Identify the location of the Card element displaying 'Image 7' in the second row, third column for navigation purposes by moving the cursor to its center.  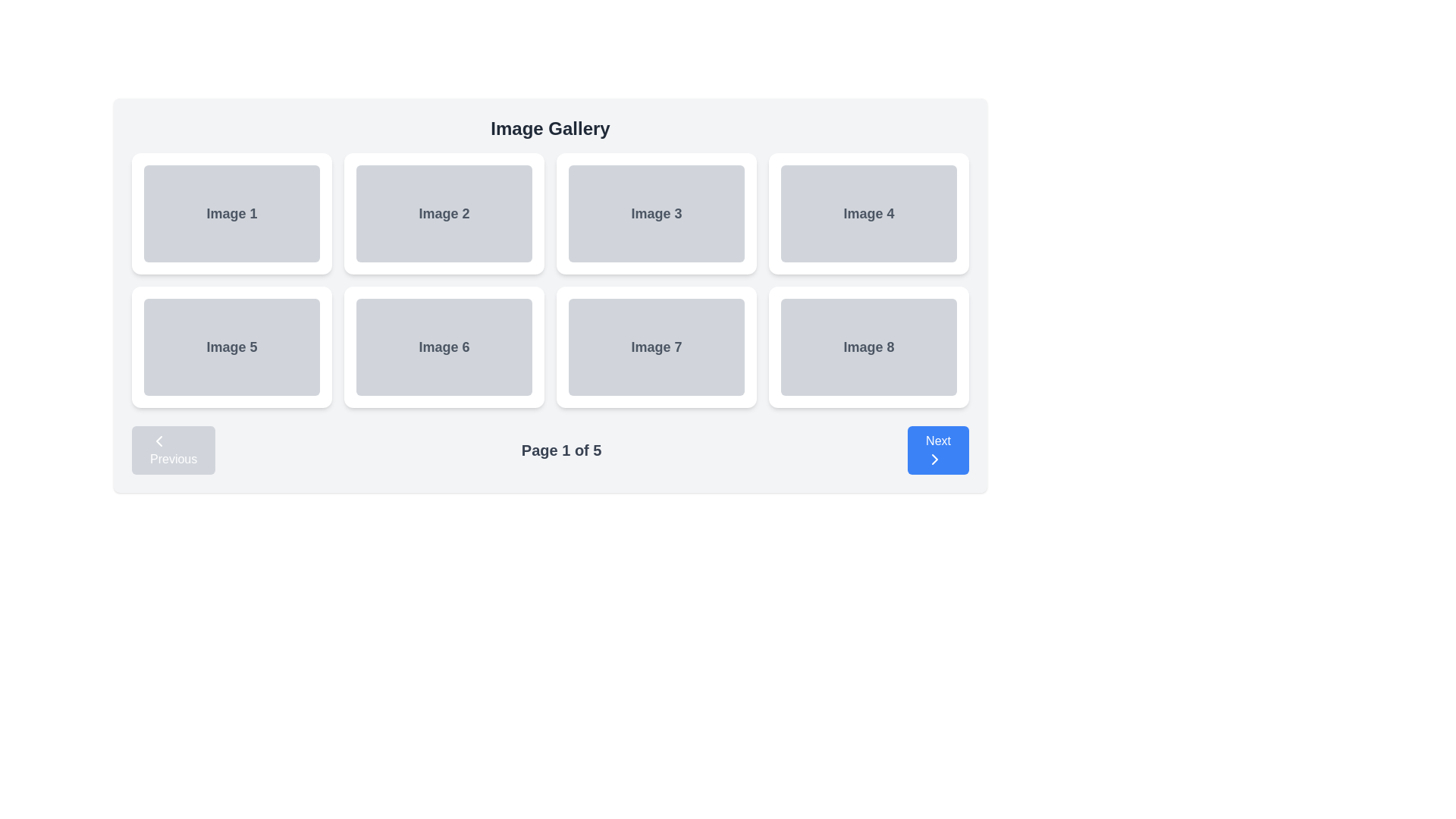
(656, 347).